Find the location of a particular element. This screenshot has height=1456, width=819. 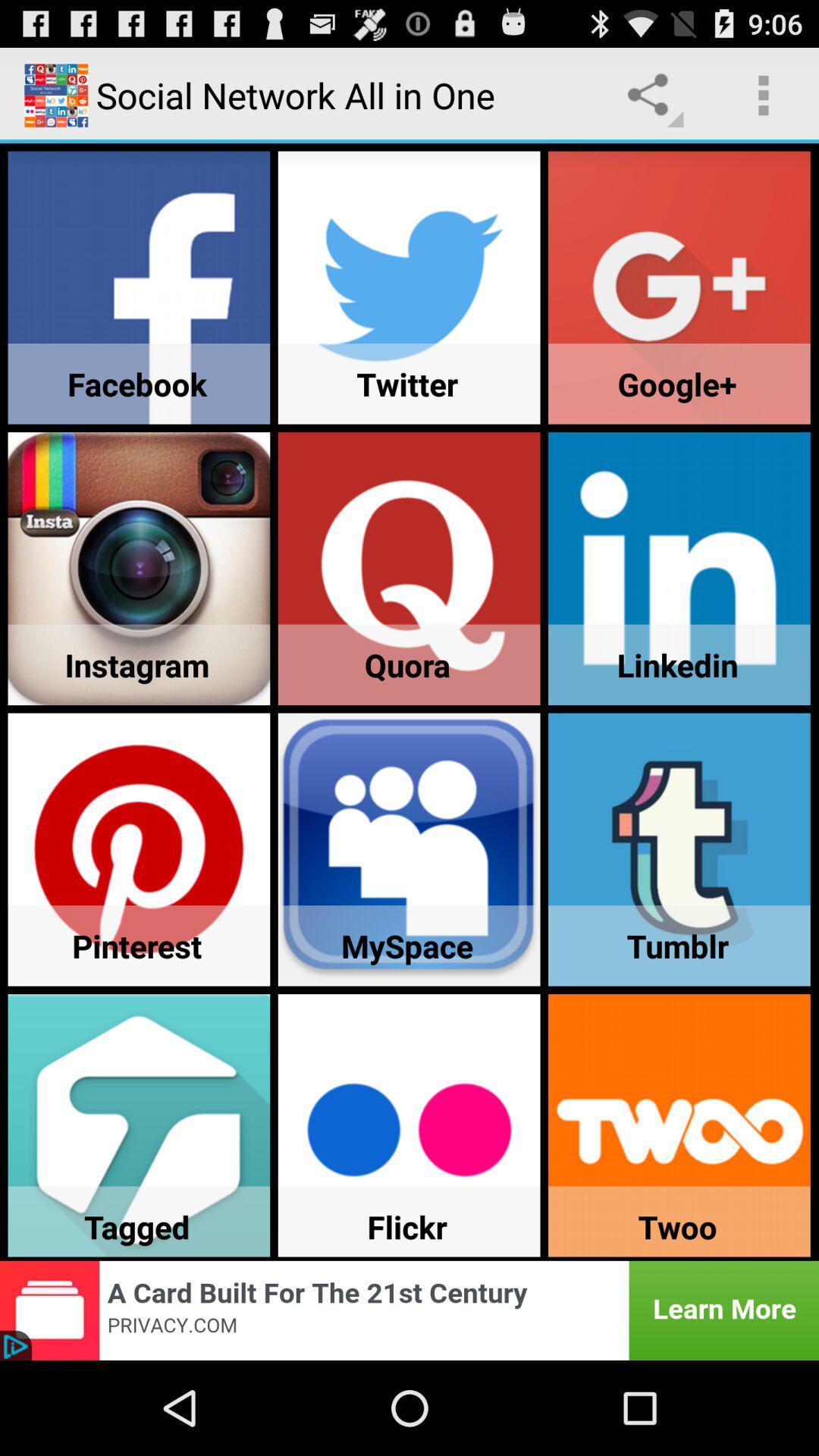

advertising is located at coordinates (409, 1310).